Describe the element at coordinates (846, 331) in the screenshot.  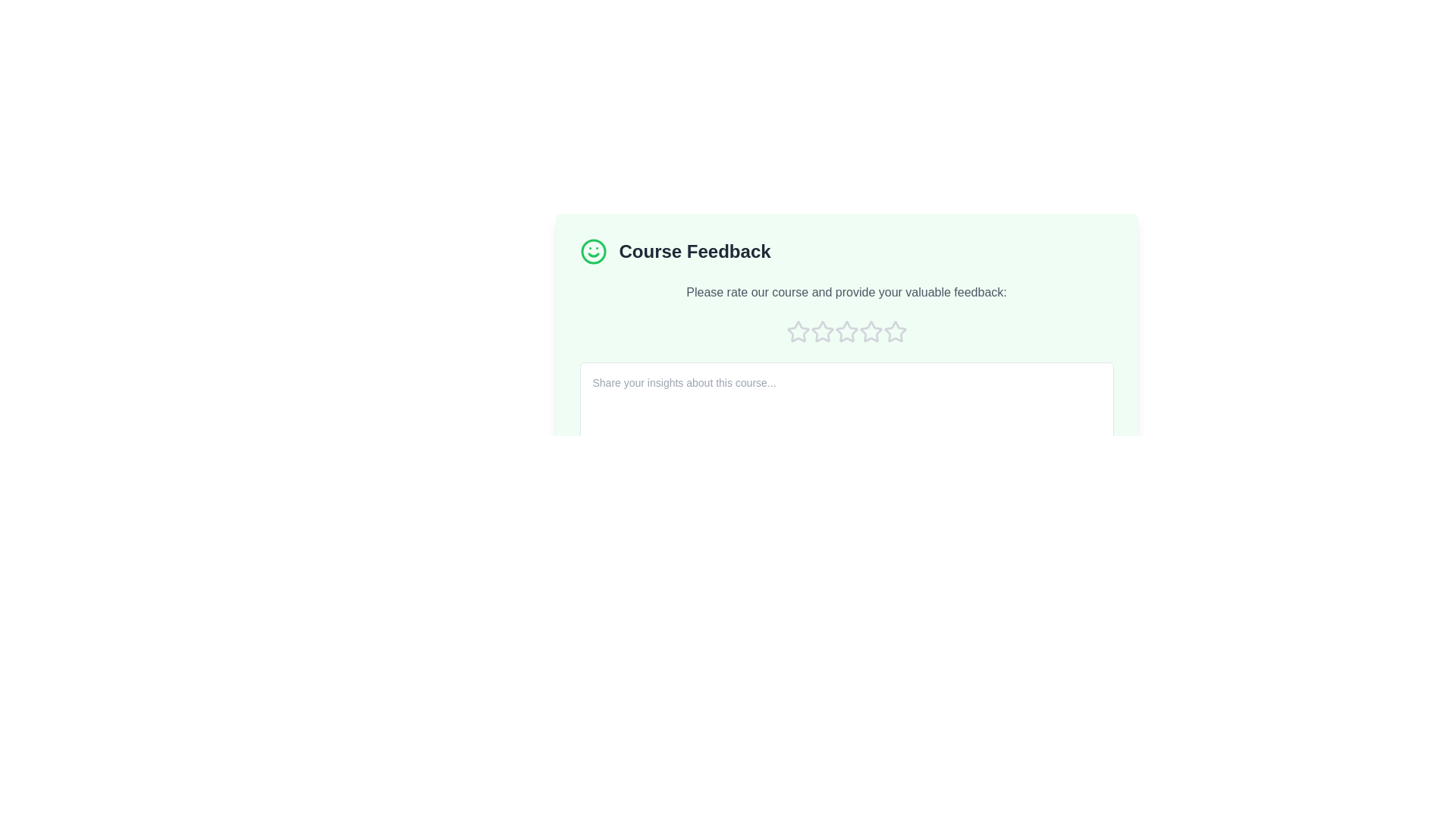
I see `the third hollow star icon in the rating section below the 'Course Feedback' heading` at that location.